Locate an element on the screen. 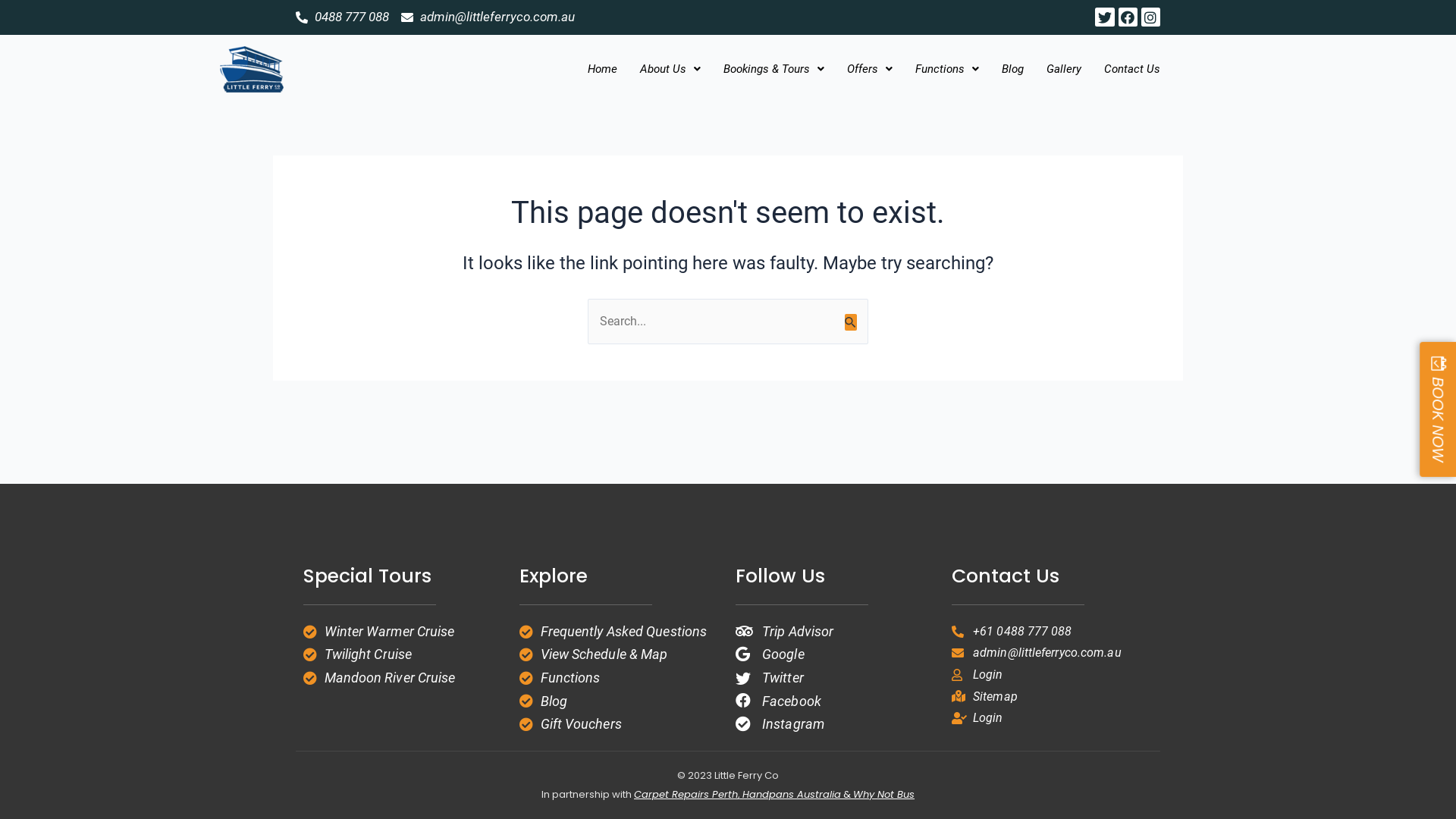 The width and height of the screenshot is (1456, 819). 'Gift Vouchers' is located at coordinates (620, 723).